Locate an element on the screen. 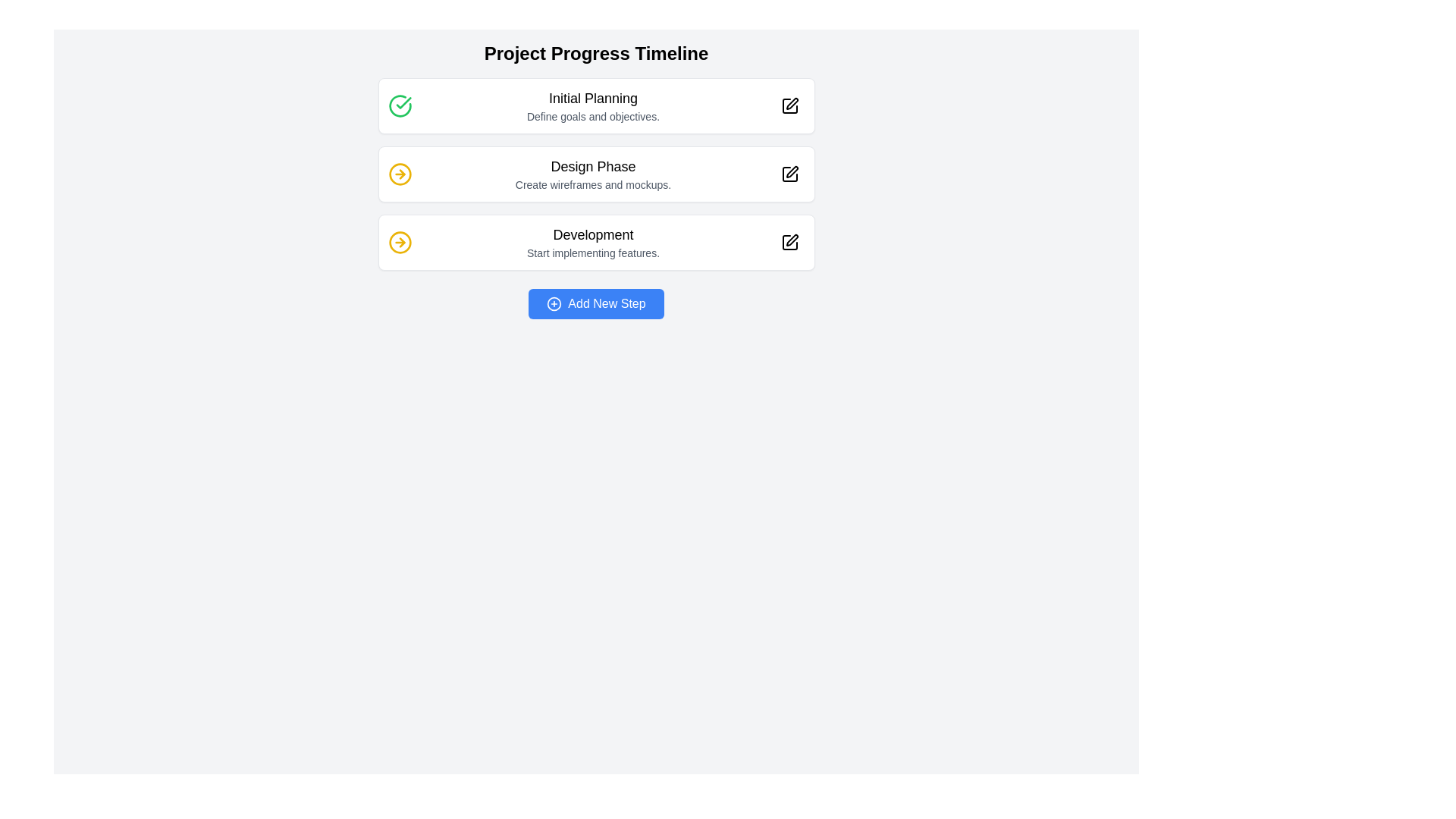 This screenshot has height=819, width=1456. the editing icon located at the right end of the third row in the steps section to initiate editing of the 'Development' step information is located at coordinates (789, 242).